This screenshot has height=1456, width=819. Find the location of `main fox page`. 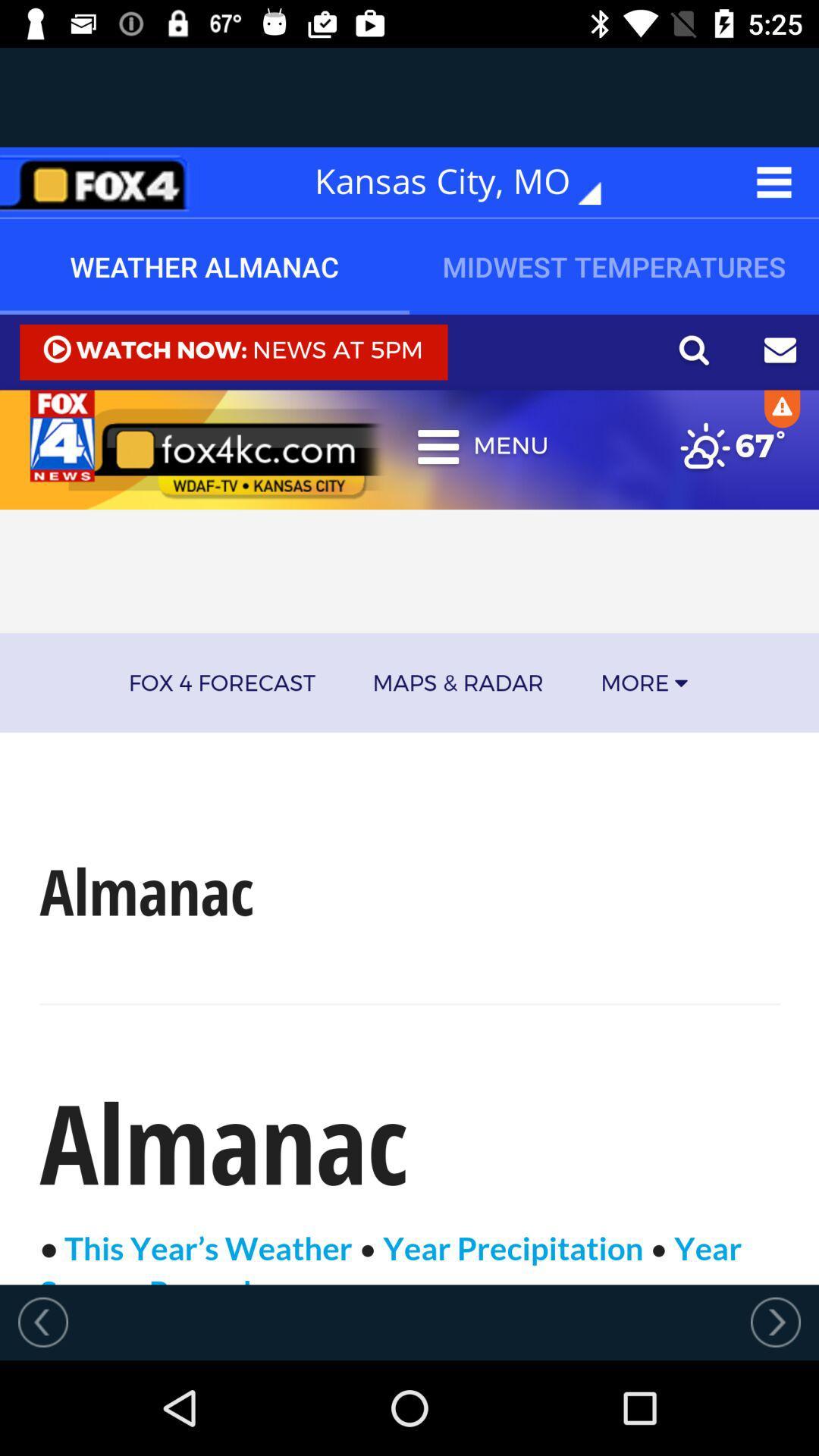

main fox page is located at coordinates (99, 182).